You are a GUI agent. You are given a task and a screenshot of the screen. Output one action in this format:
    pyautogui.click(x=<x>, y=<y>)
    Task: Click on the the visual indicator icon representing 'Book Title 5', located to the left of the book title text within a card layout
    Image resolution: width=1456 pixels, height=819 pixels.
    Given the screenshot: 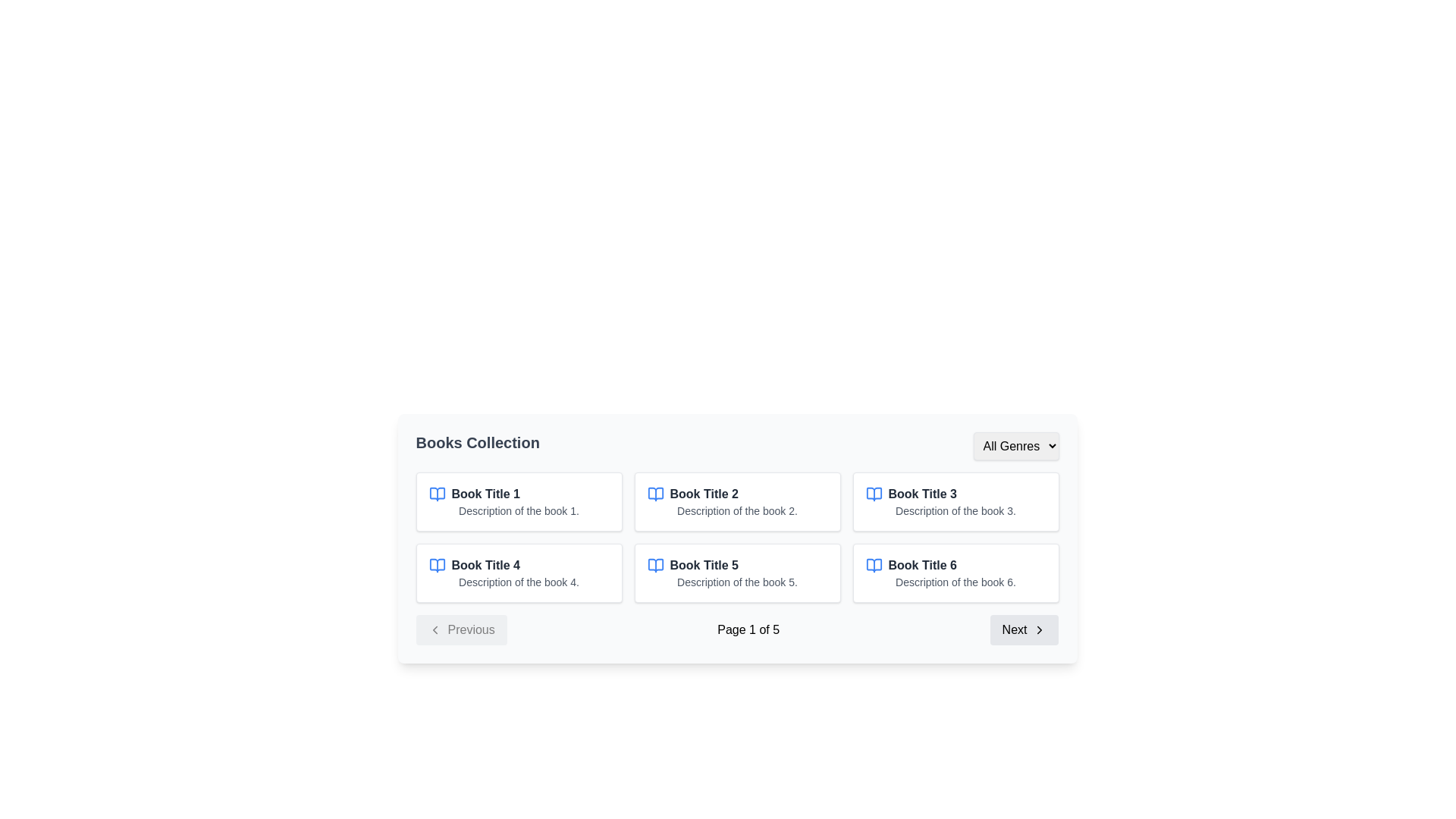 What is the action you would take?
    pyautogui.click(x=655, y=565)
    